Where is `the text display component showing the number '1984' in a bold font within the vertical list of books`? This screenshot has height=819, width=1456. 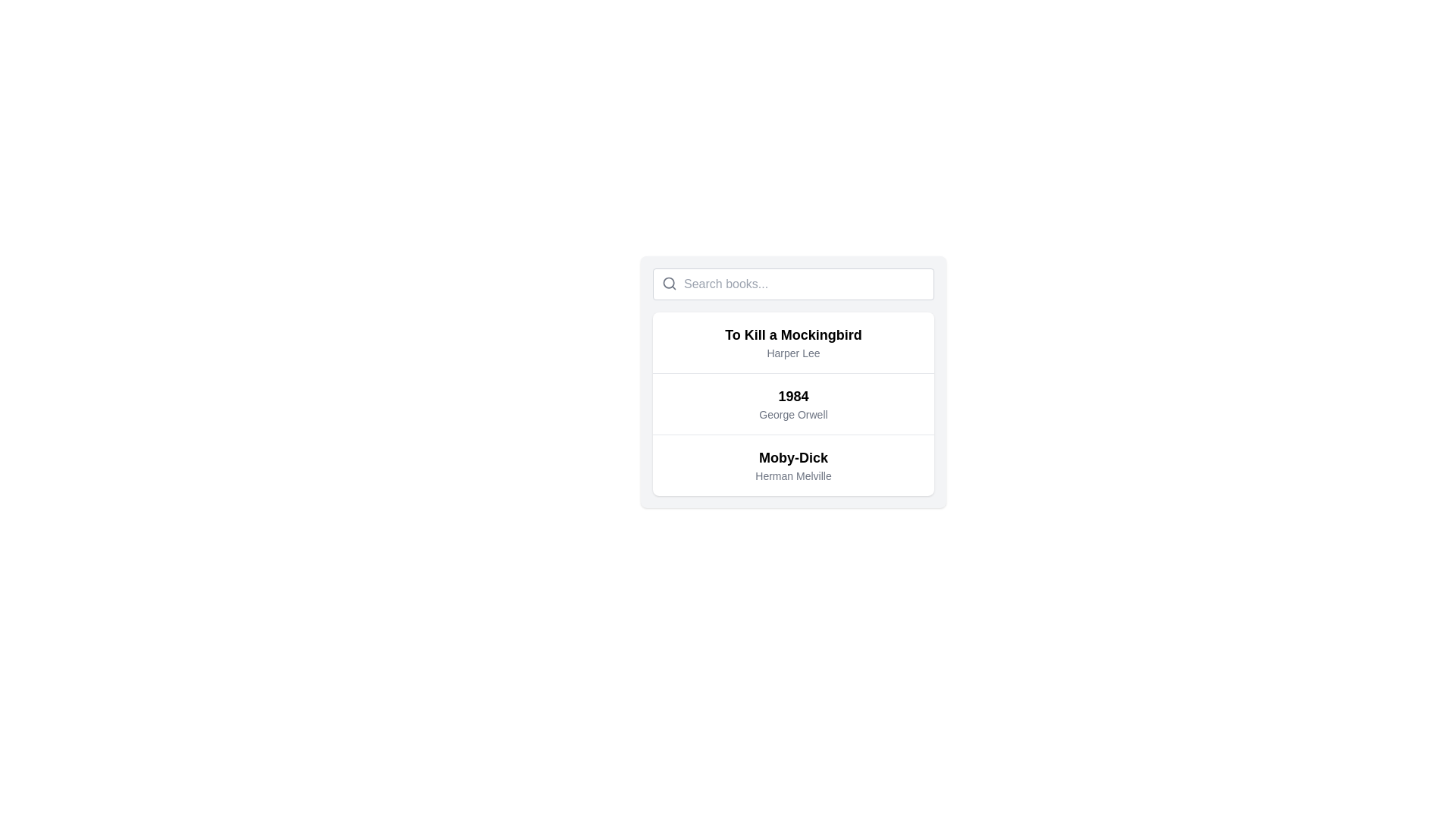 the text display component showing the number '1984' in a bold font within the vertical list of books is located at coordinates (792, 396).